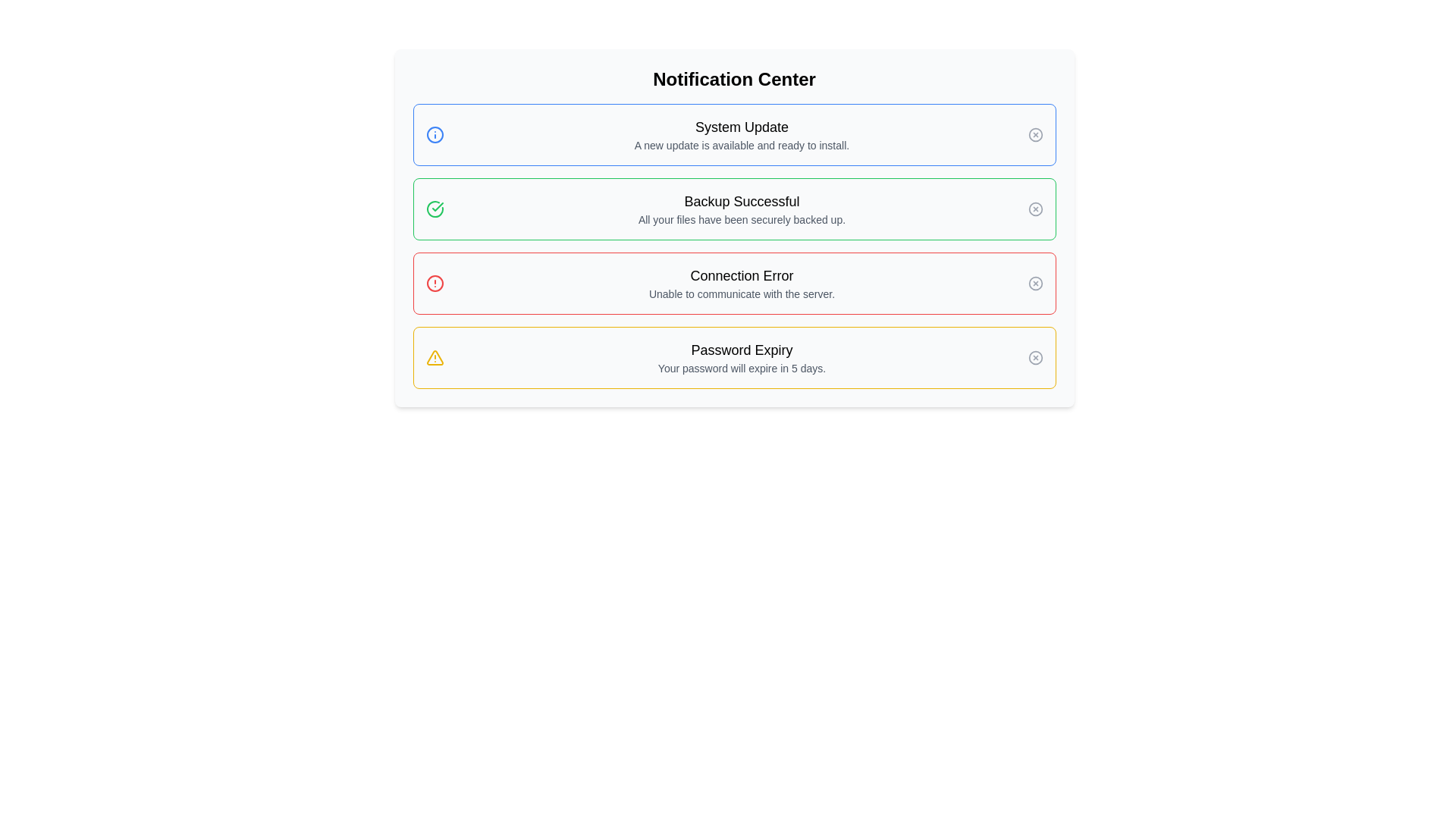 The height and width of the screenshot is (819, 1456). I want to click on the cross symbol button located at the far-right end of the 'Password Expiry' notification section, so click(1034, 357).